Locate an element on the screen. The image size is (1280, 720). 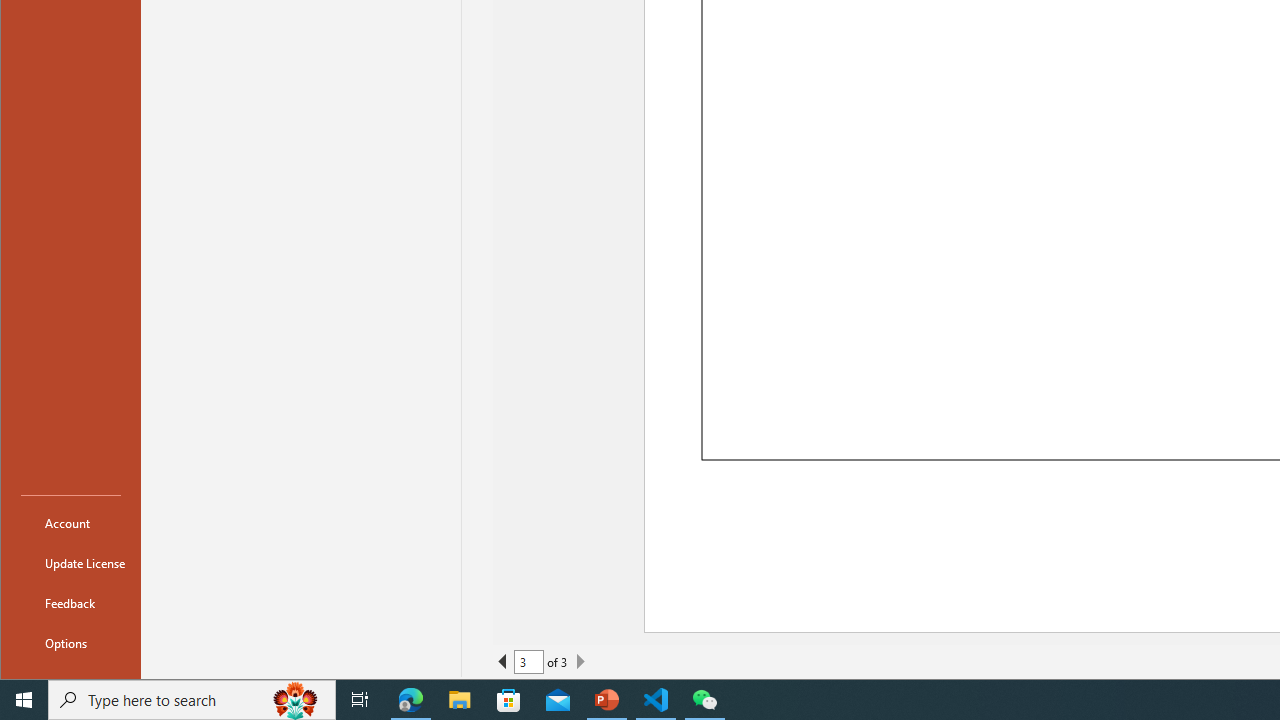
'Start' is located at coordinates (24, 698).